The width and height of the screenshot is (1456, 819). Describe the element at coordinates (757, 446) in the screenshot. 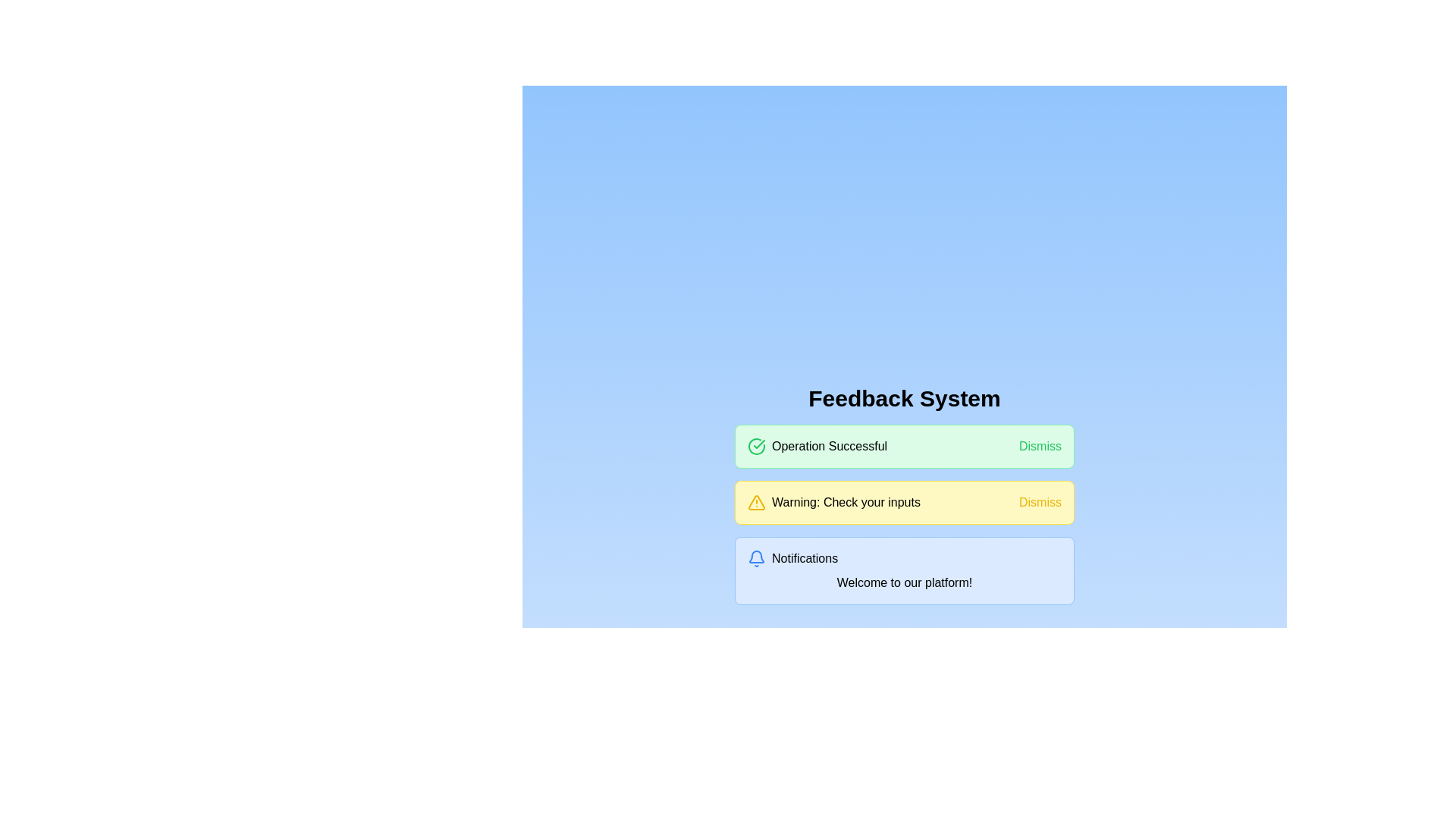

I see `the success confirmation icon located in the topmost notification area, adjacent to the 'Operation Successful' text` at that location.